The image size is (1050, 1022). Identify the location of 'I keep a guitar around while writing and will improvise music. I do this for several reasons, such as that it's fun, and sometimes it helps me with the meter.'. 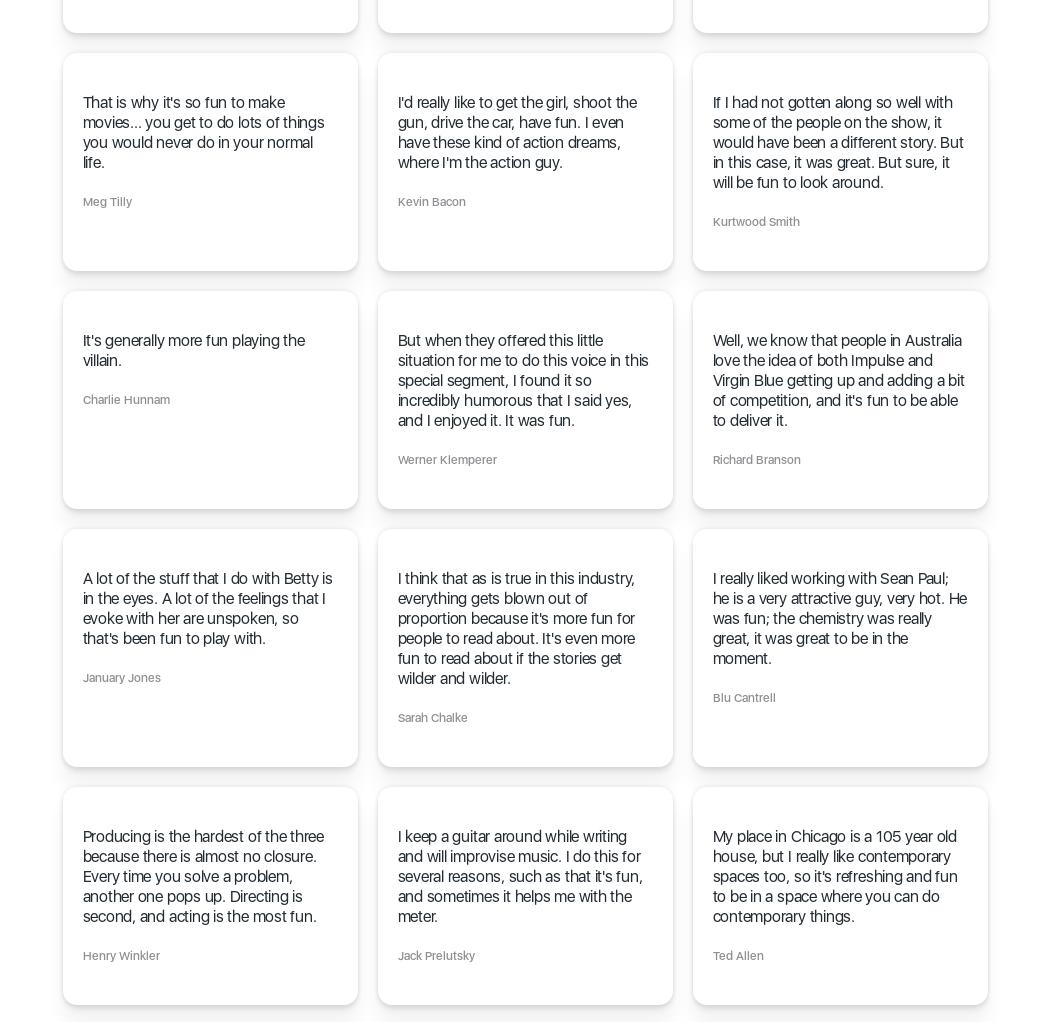
(518, 876).